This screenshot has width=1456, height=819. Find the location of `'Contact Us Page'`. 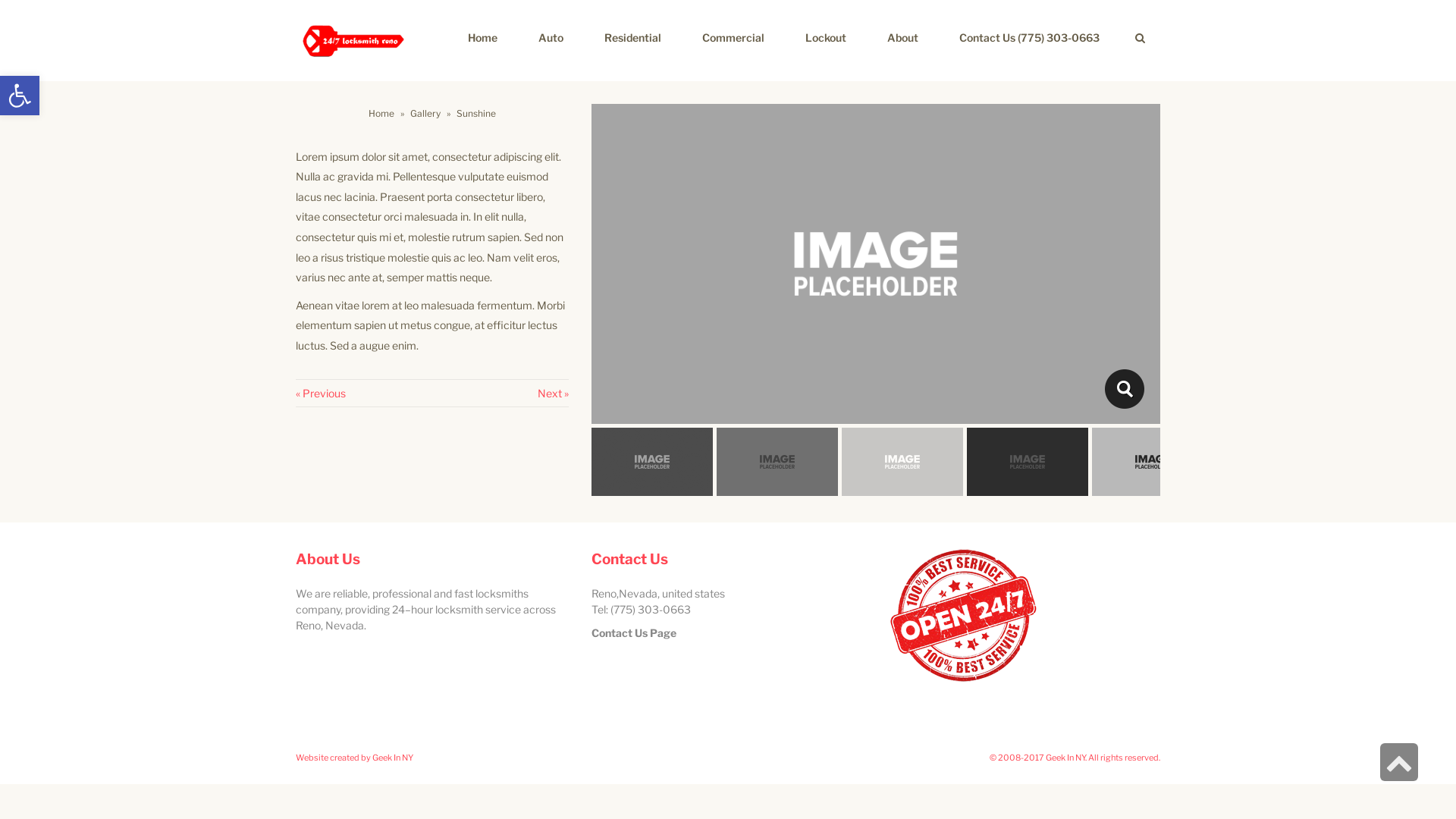

'Contact Us Page' is located at coordinates (633, 632).